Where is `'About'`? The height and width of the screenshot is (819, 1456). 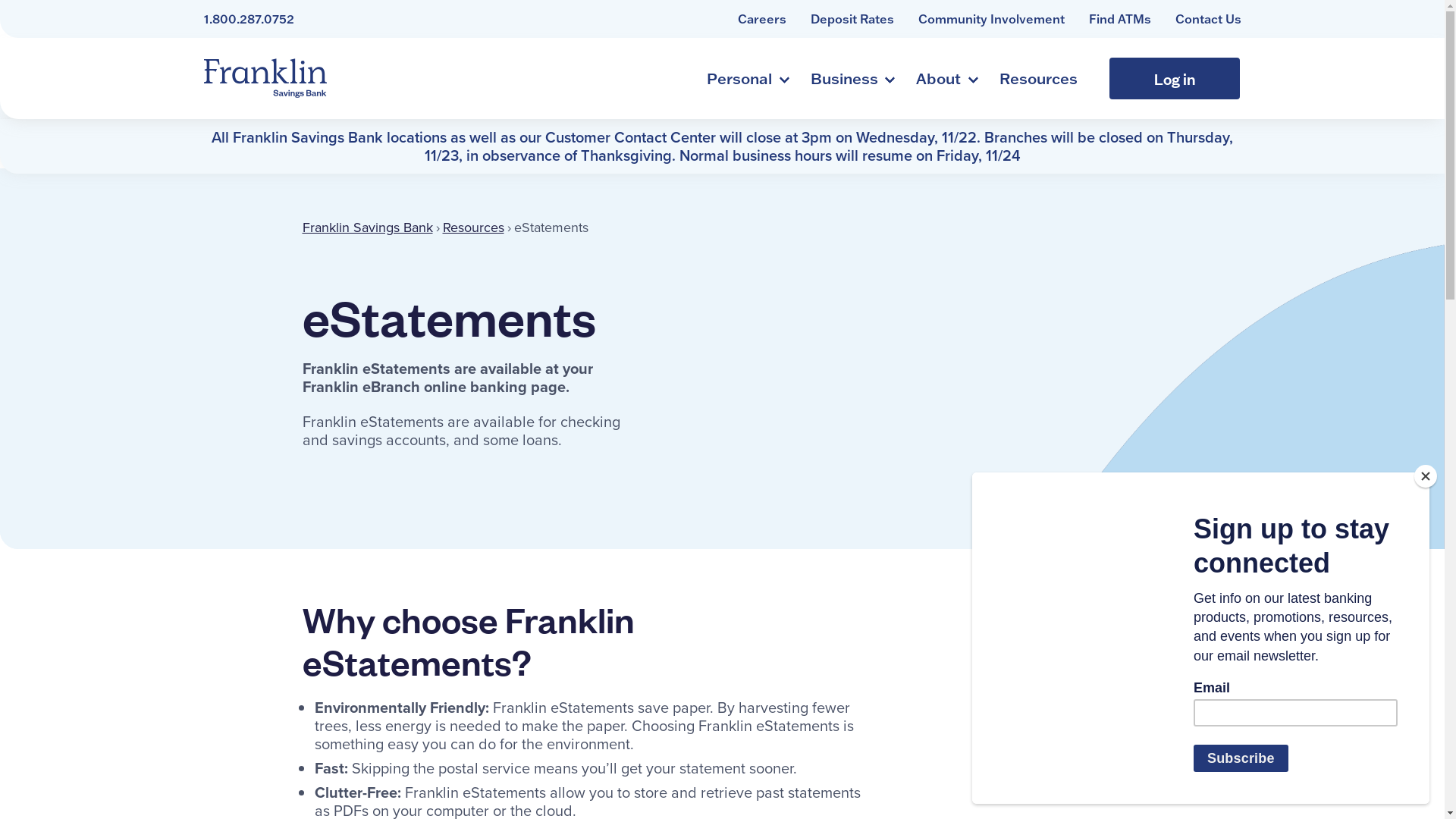
'About' is located at coordinates (903, 78).